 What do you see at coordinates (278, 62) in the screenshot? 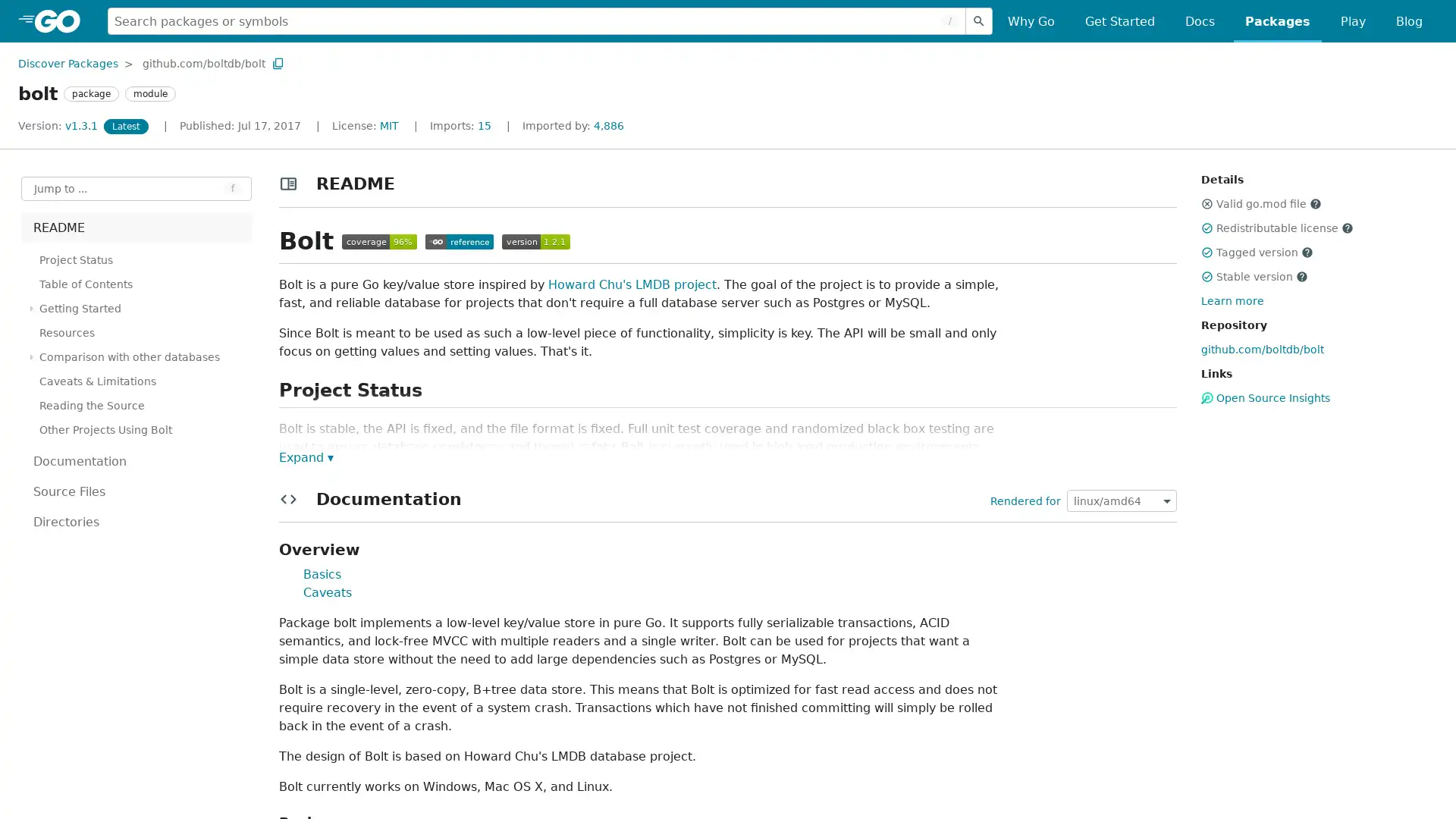
I see `Copy Path to Clipboard` at bounding box center [278, 62].